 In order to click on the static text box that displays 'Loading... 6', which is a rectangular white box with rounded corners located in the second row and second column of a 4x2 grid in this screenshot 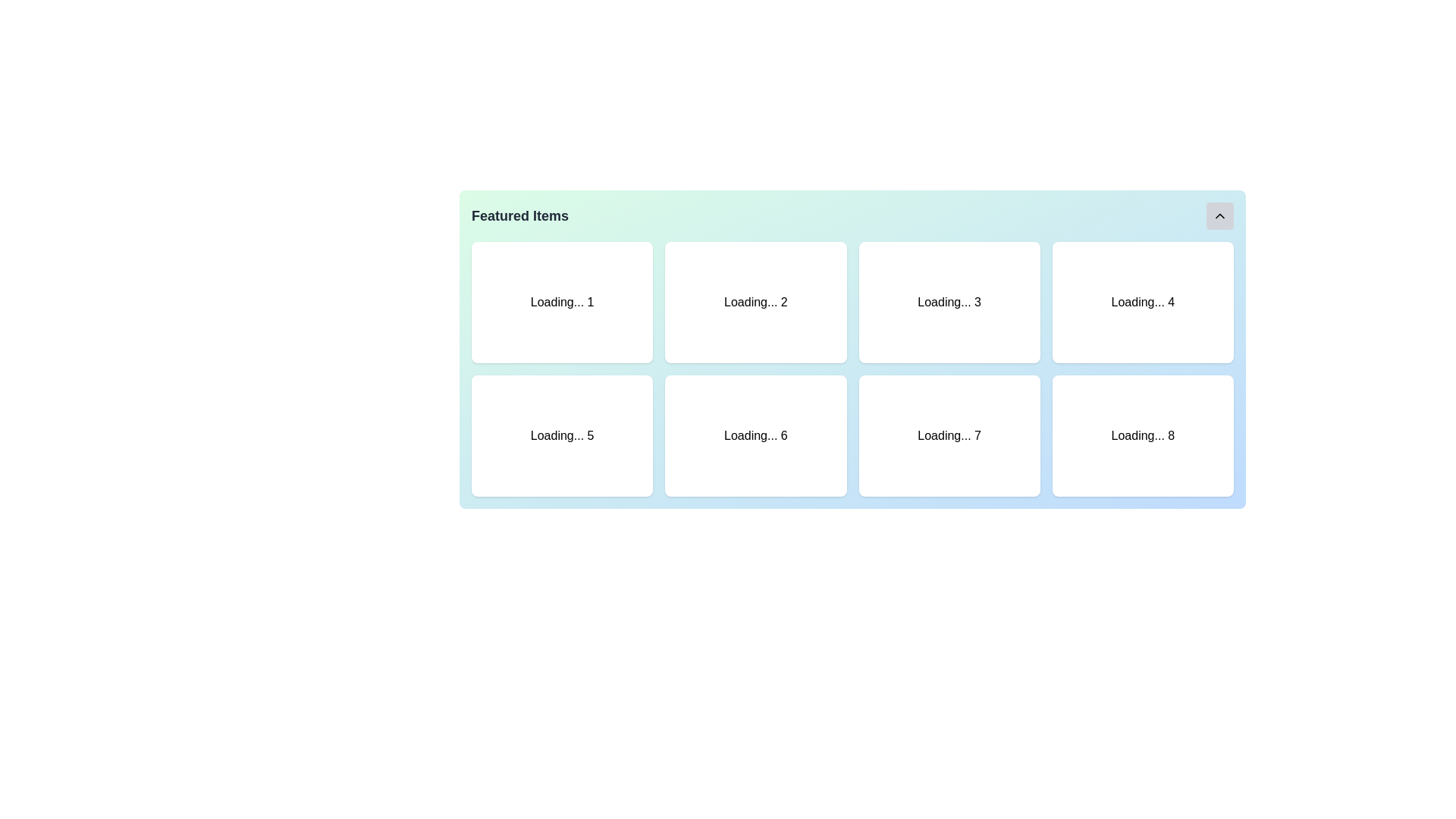, I will do `click(755, 435)`.